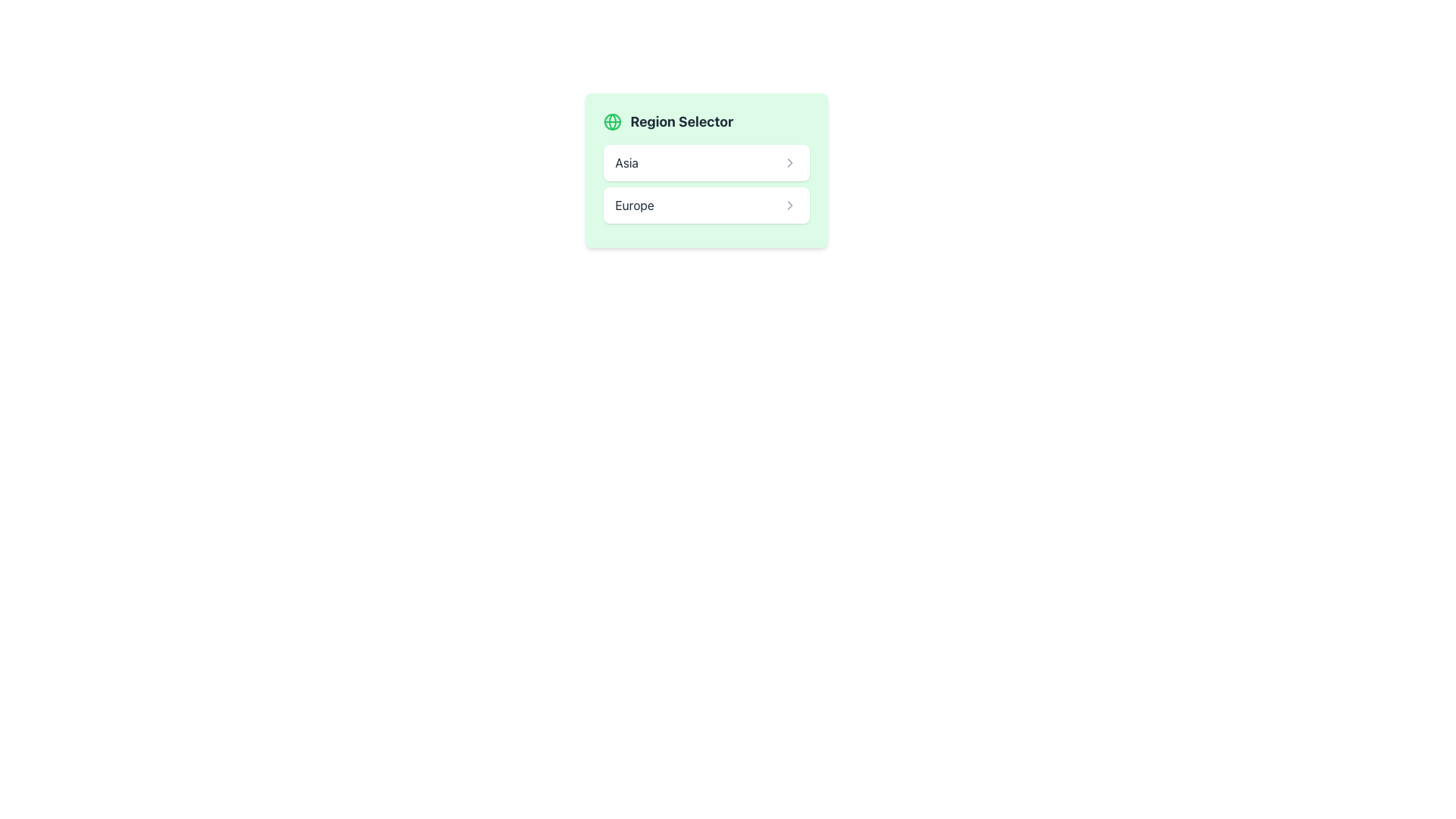 This screenshot has width=1456, height=819. What do you see at coordinates (705, 205) in the screenshot?
I see `the 'Europe' button located below the 'Asia' button in the region configuration list` at bounding box center [705, 205].